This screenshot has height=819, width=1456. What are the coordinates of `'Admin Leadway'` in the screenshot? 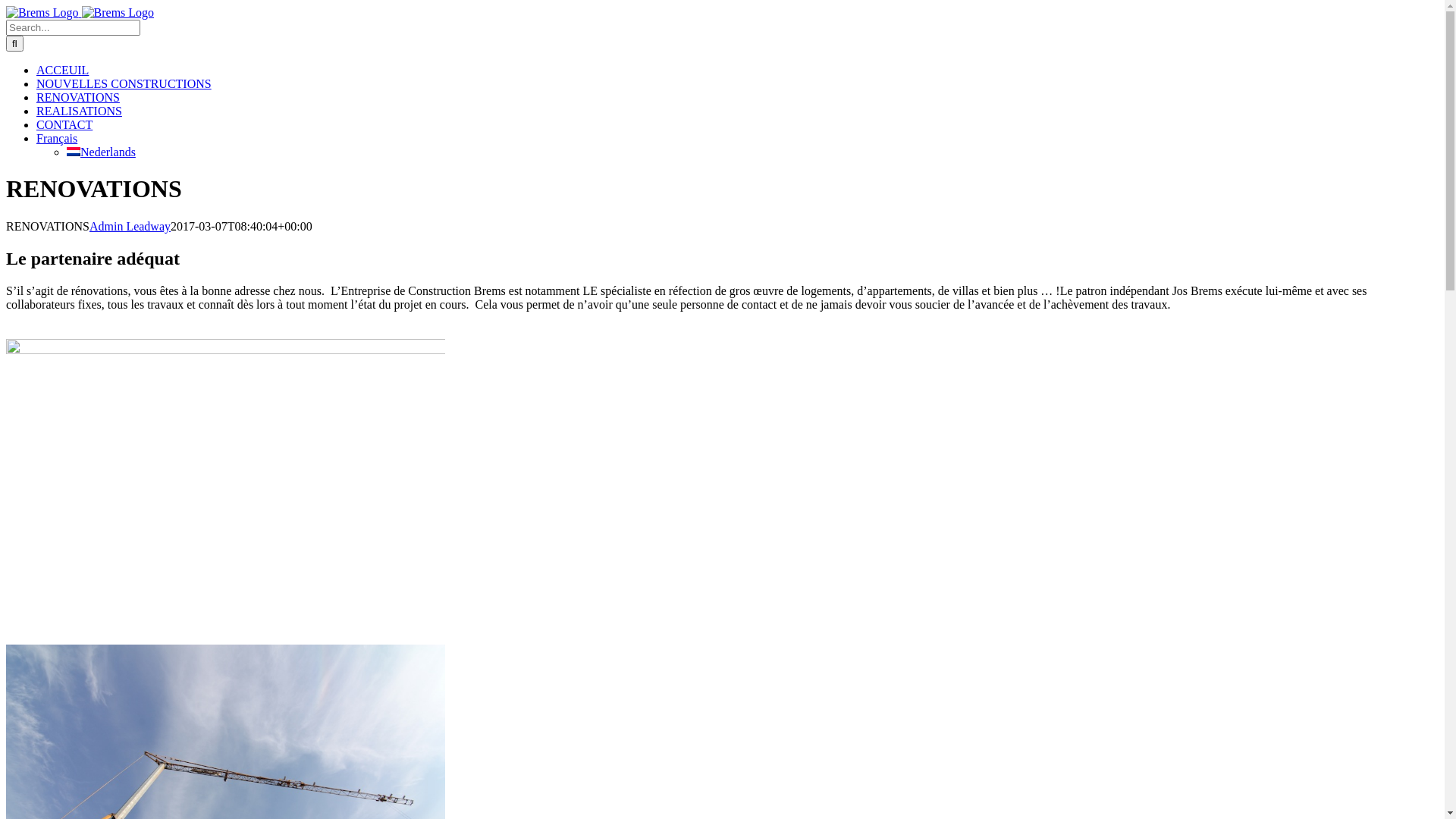 It's located at (130, 226).